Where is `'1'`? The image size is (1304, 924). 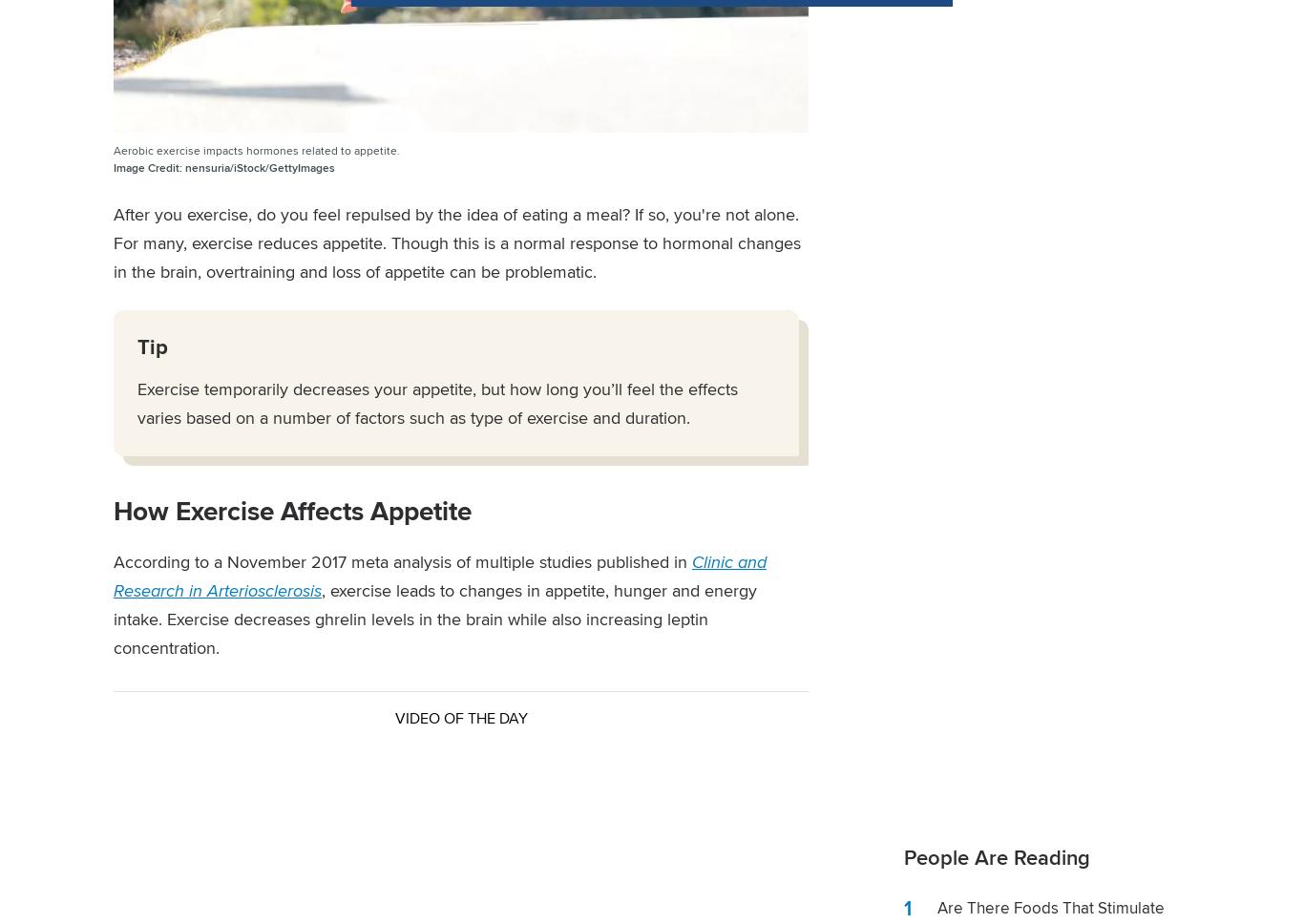
'1' is located at coordinates (908, 906).